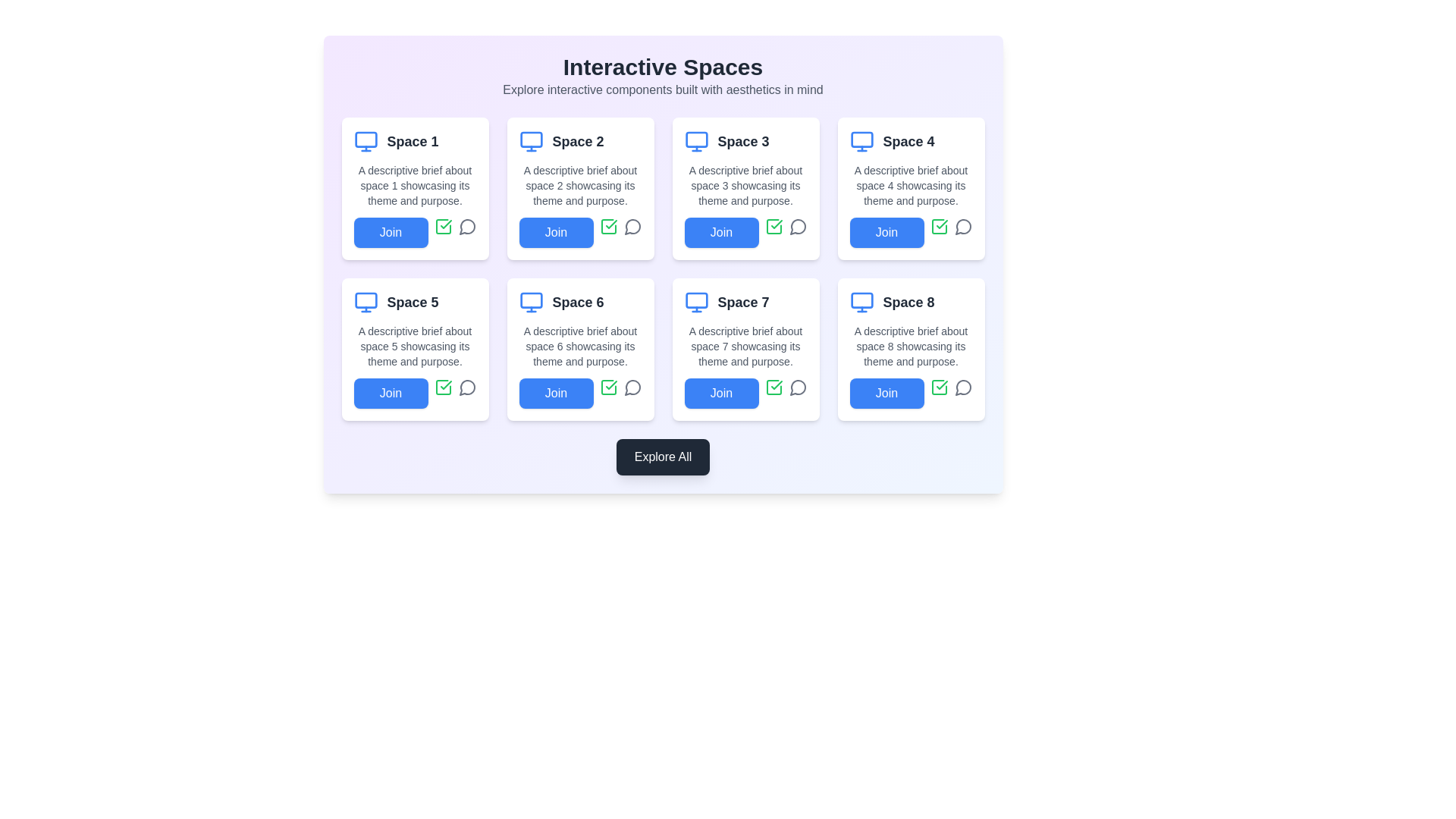  Describe the element at coordinates (886, 393) in the screenshot. I see `the button located below the title 'Space 8' in the eighth card to observe style changes` at that location.